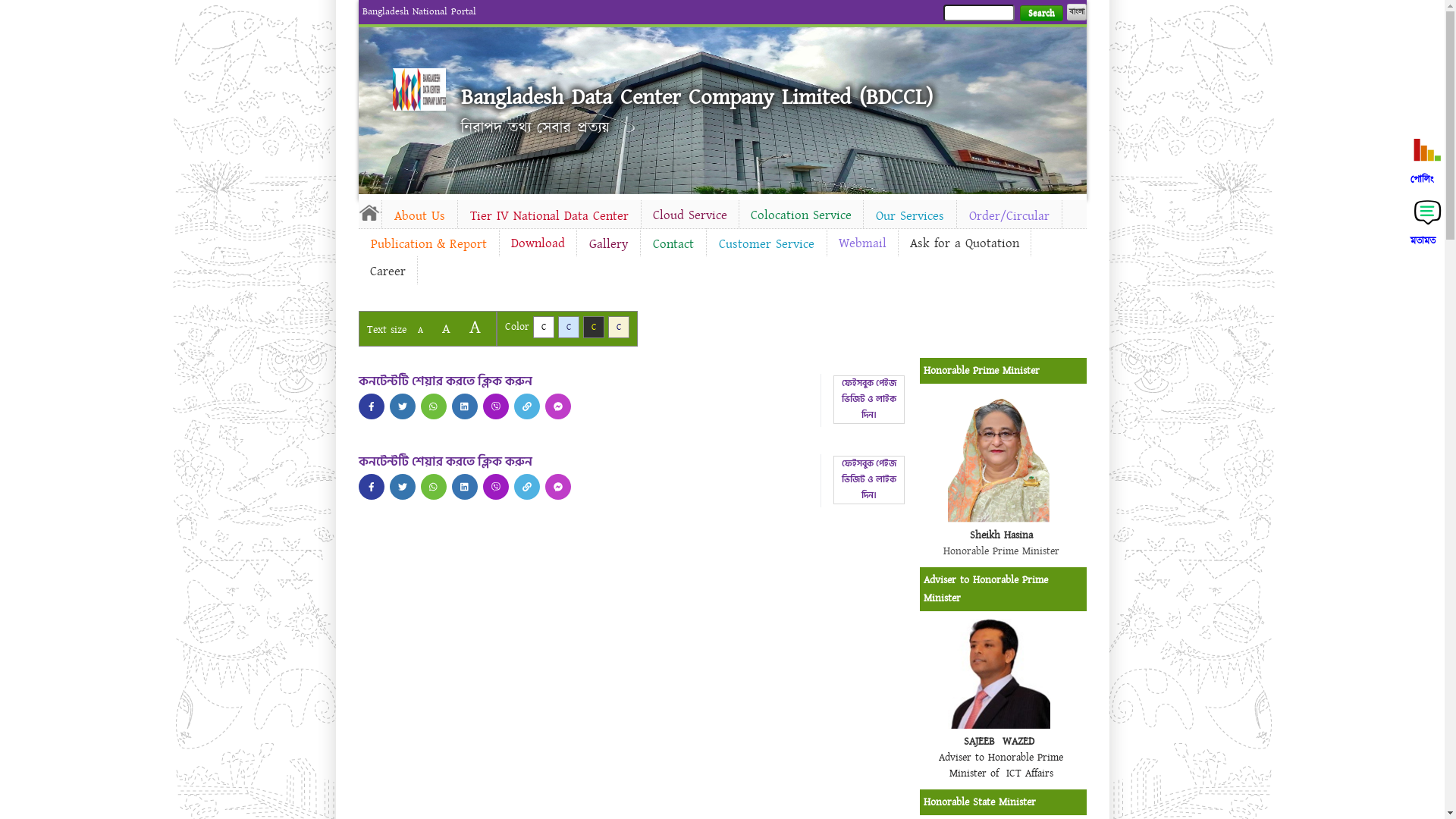  Describe the element at coordinates (767, 243) in the screenshot. I see `'Customer Service'` at that location.